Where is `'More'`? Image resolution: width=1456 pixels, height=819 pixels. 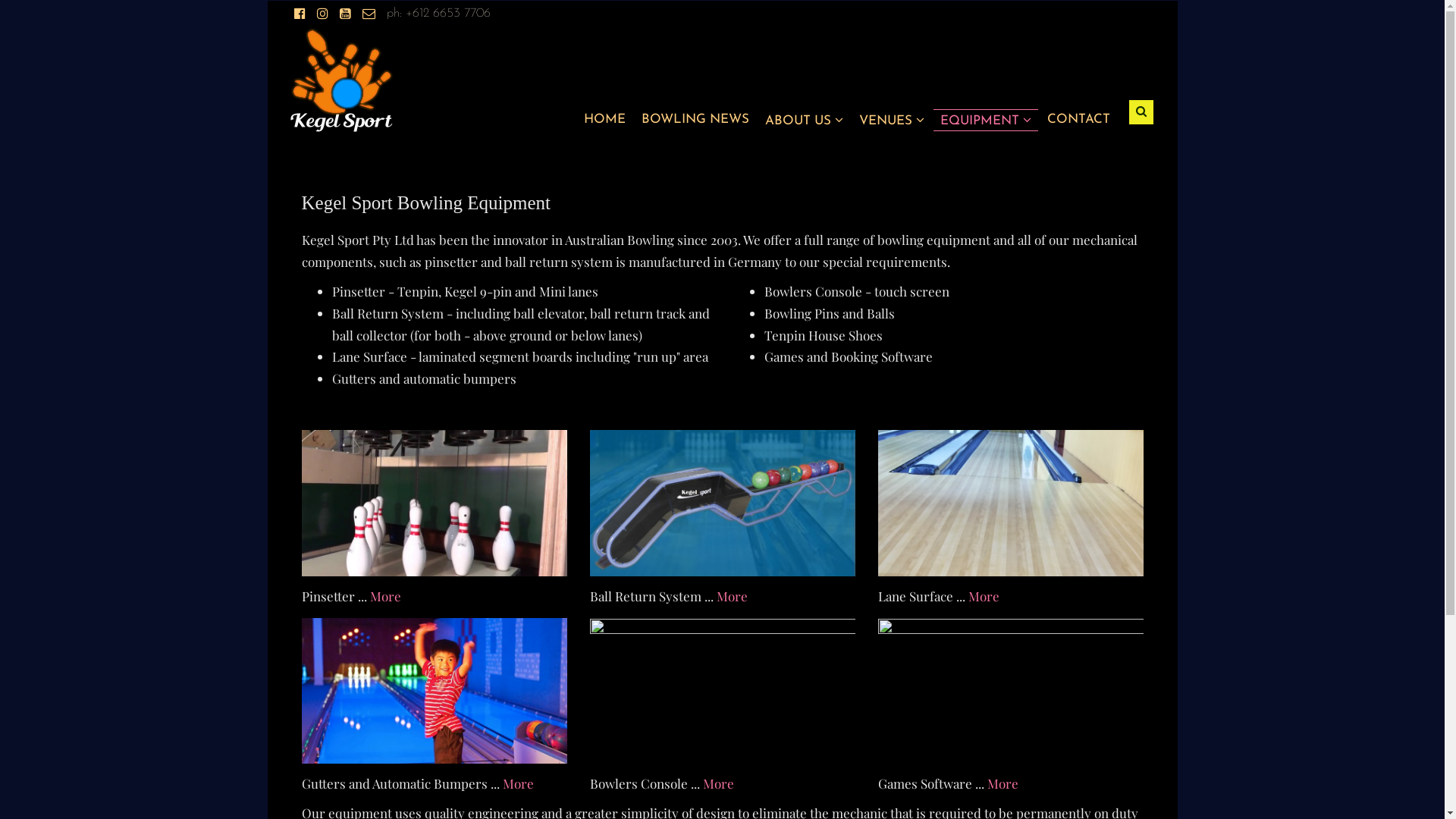
'More' is located at coordinates (502, 783).